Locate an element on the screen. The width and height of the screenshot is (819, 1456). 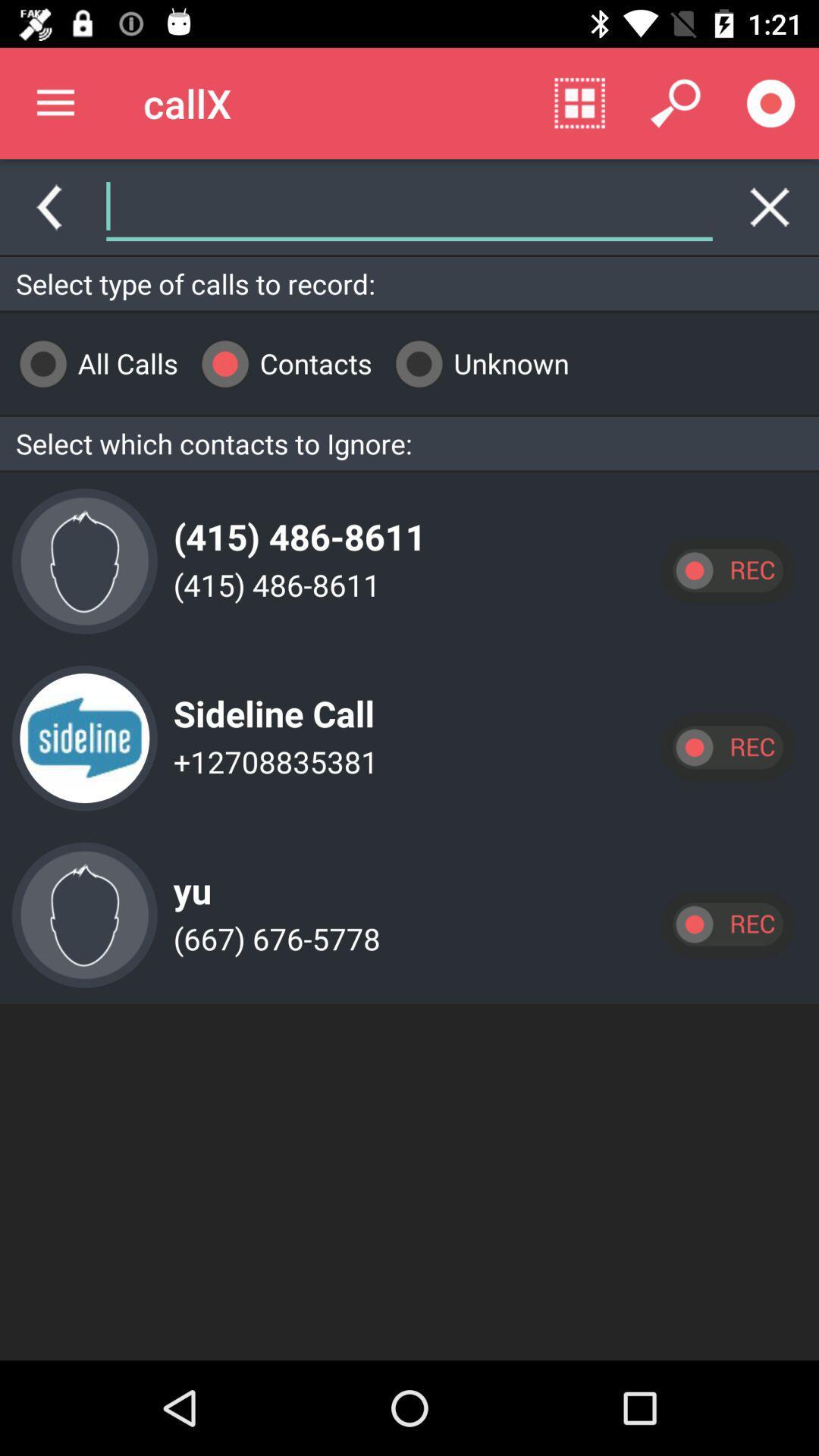
open record is located at coordinates (726, 924).